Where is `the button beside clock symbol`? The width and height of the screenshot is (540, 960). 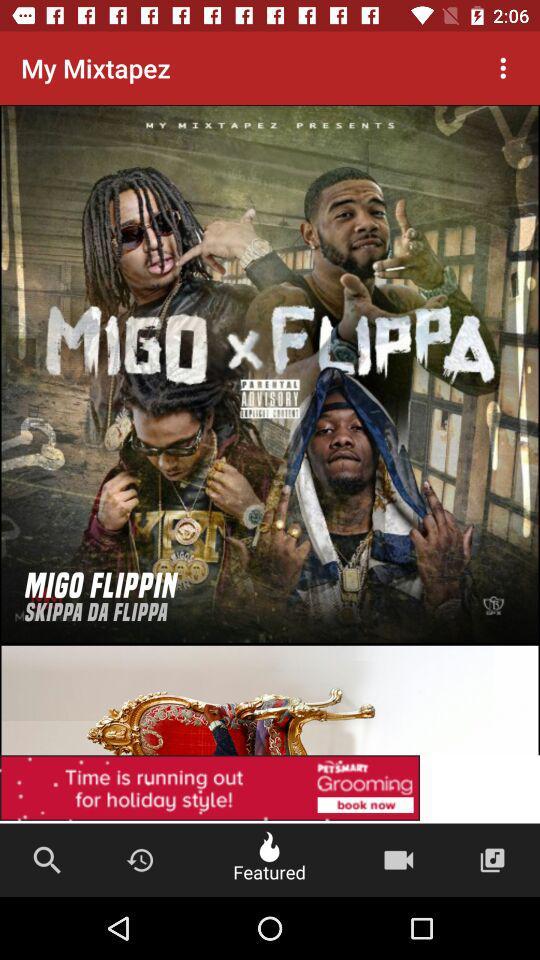
the button beside clock symbol is located at coordinates (270, 859).